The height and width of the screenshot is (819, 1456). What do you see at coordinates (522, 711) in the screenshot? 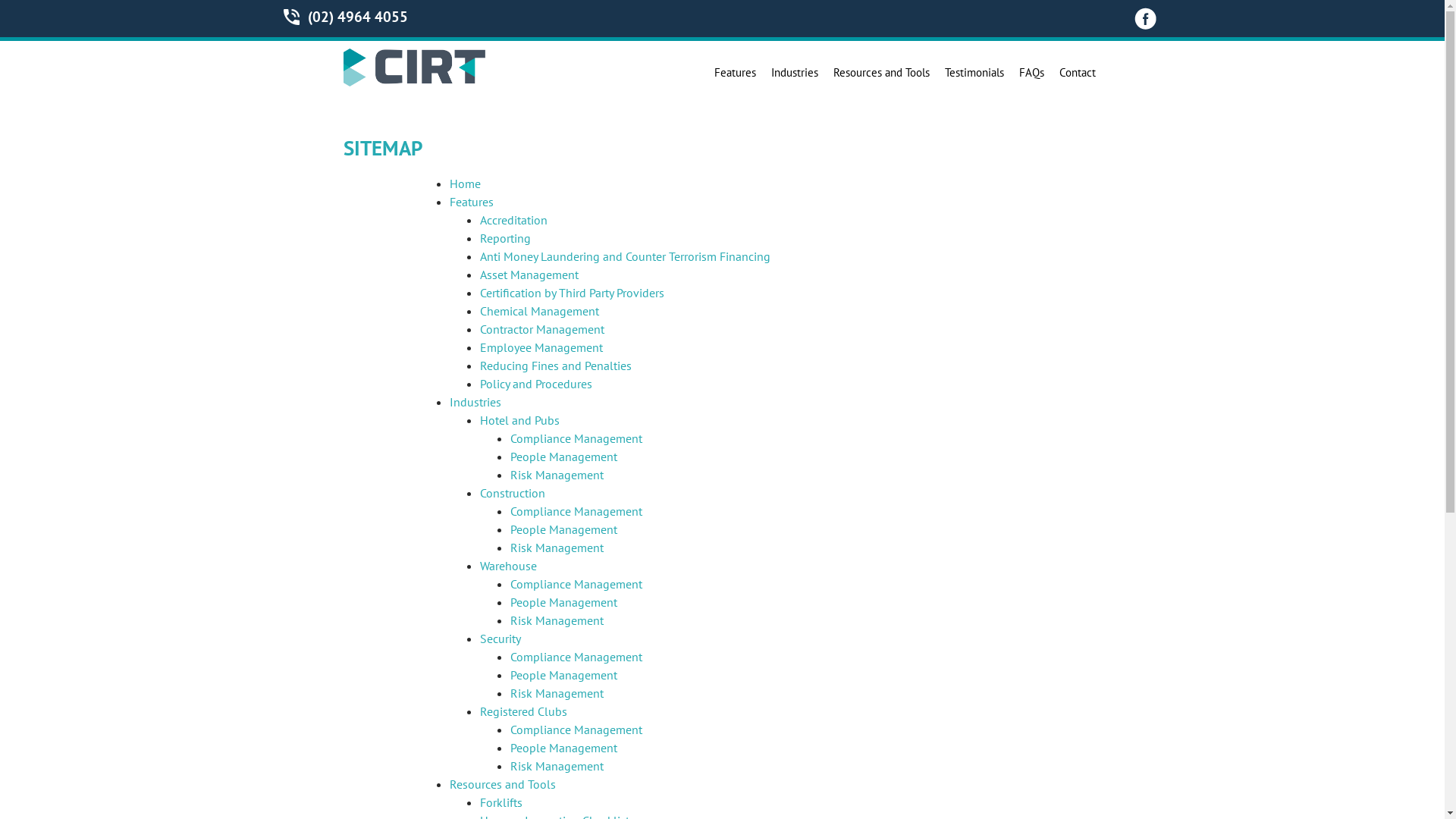
I see `'Registered Clubs'` at bounding box center [522, 711].